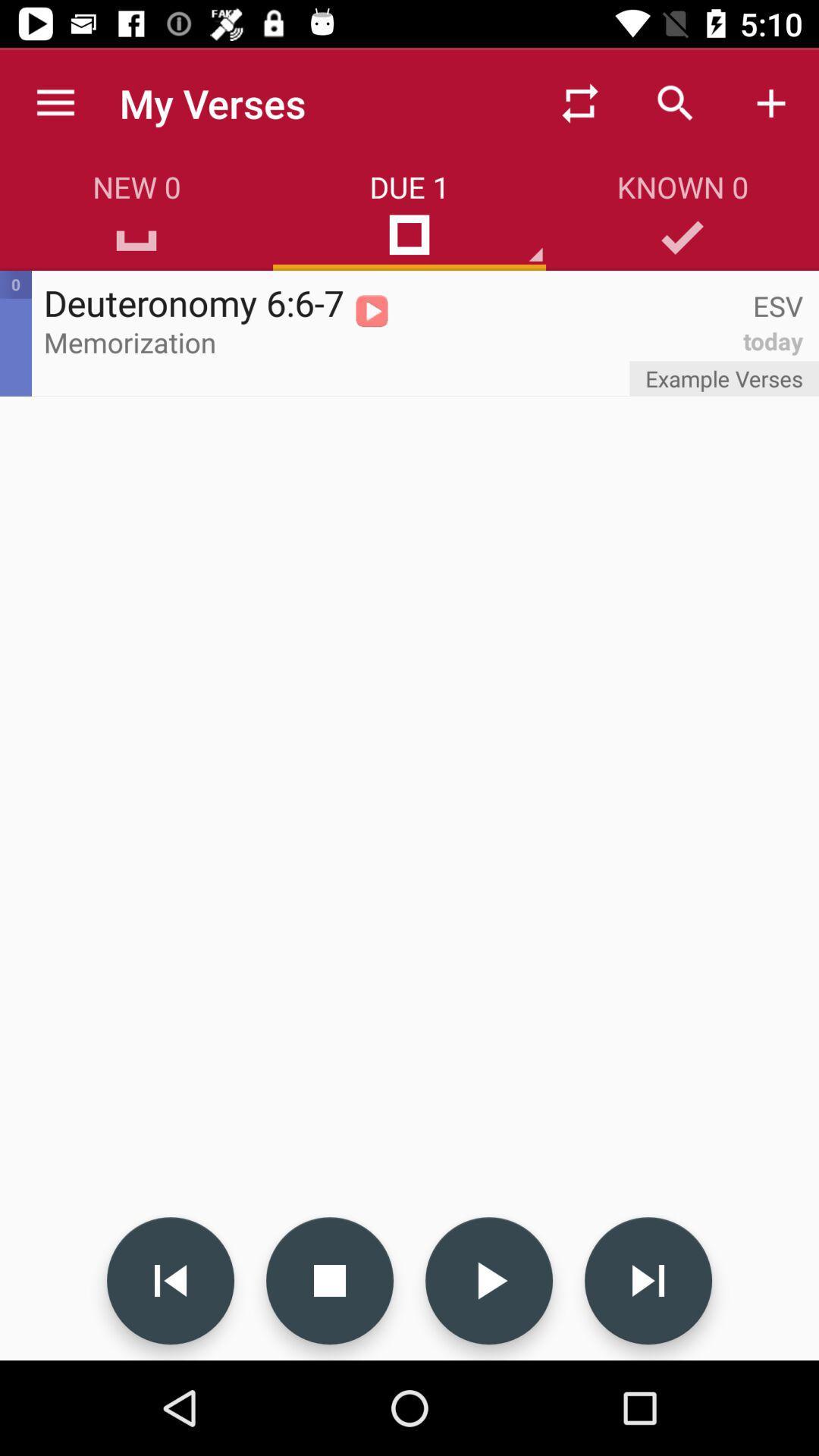 This screenshot has height=1456, width=819. Describe the element at coordinates (170, 1280) in the screenshot. I see `go back` at that location.